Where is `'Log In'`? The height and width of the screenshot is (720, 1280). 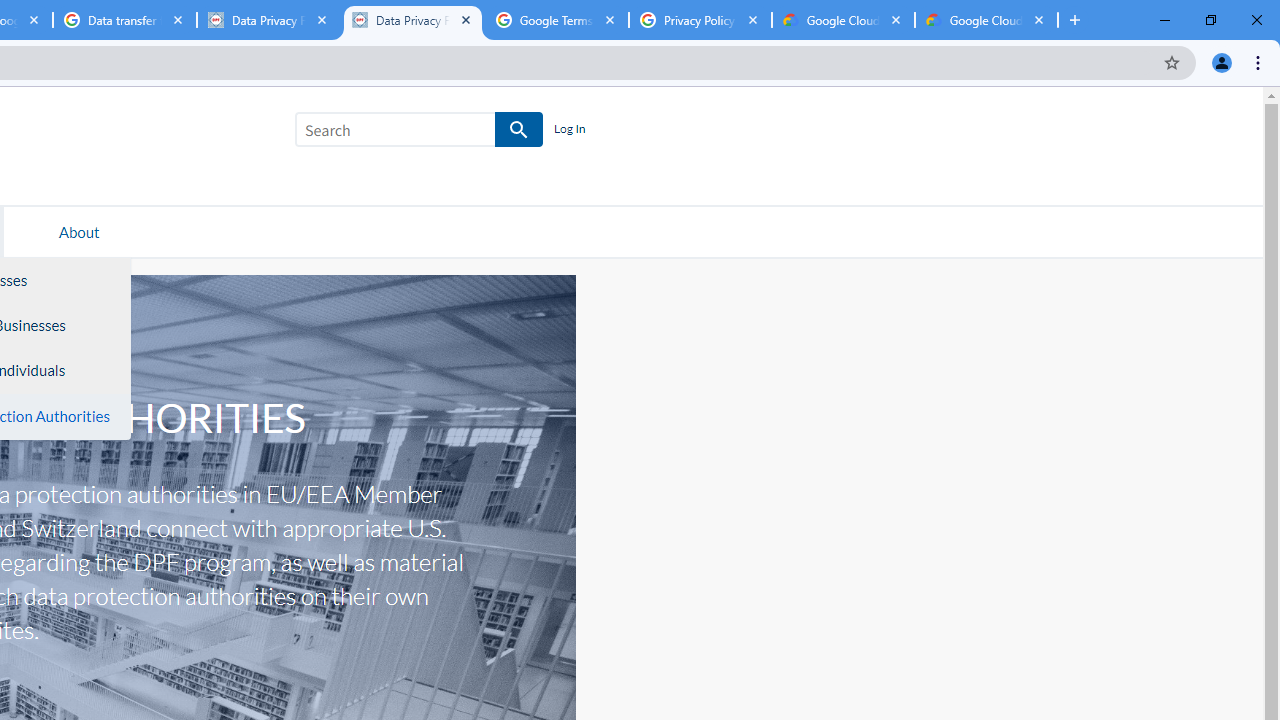 'Log In' is located at coordinates (568, 129).